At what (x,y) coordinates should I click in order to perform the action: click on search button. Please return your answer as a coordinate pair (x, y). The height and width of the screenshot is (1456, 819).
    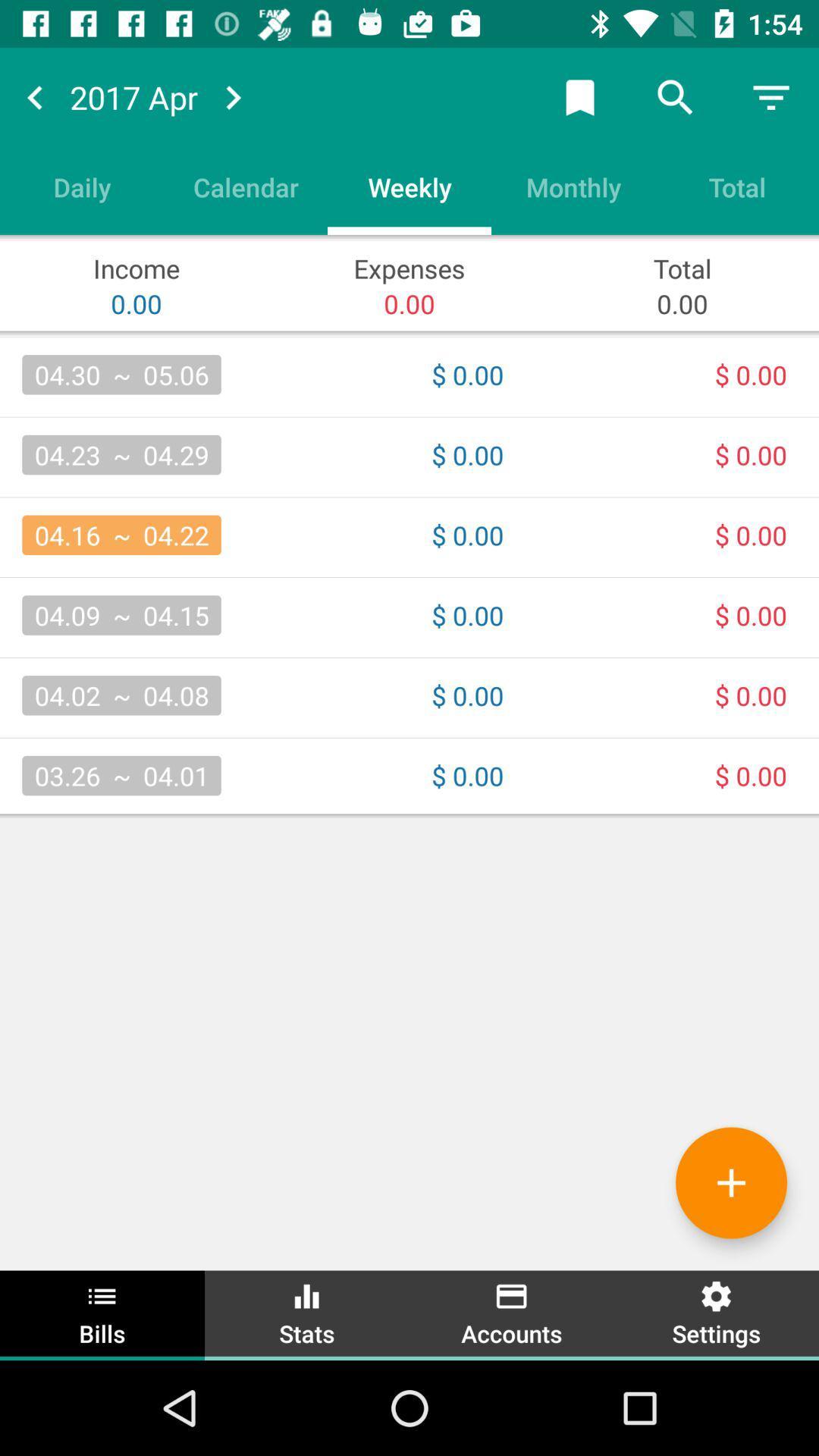
    Looking at the image, I should click on (675, 96).